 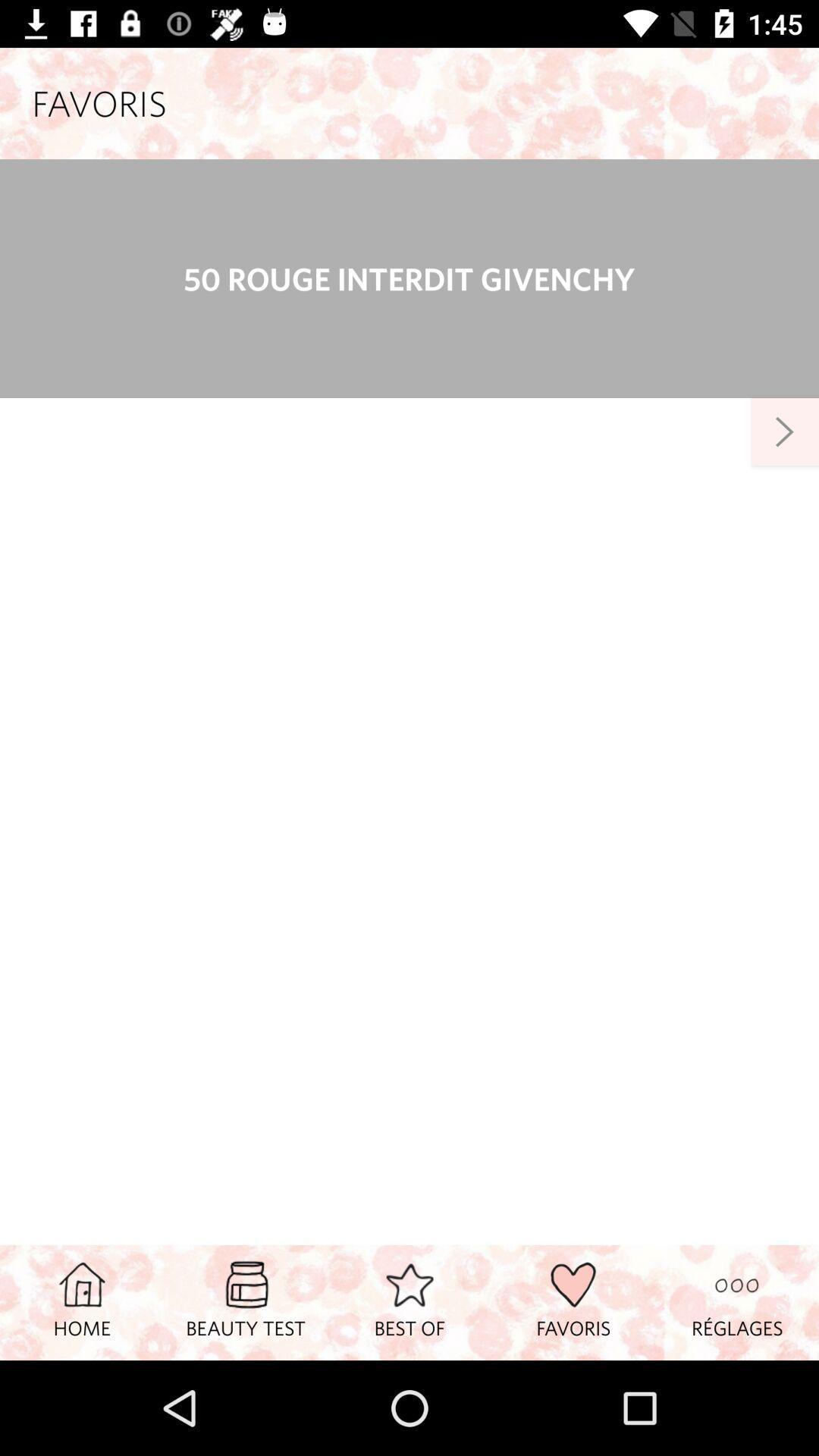 What do you see at coordinates (409, 1301) in the screenshot?
I see `best of` at bounding box center [409, 1301].